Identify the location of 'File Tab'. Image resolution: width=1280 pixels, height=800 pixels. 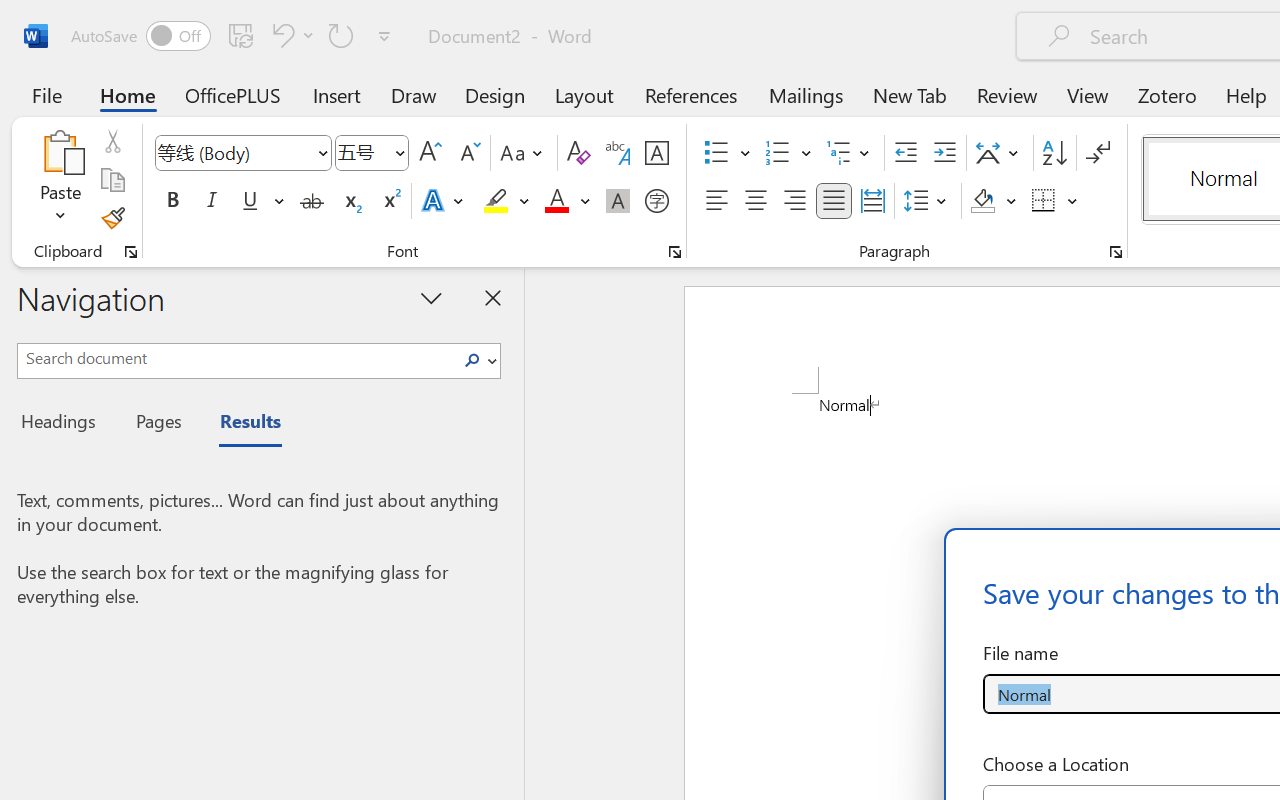
(46, 94).